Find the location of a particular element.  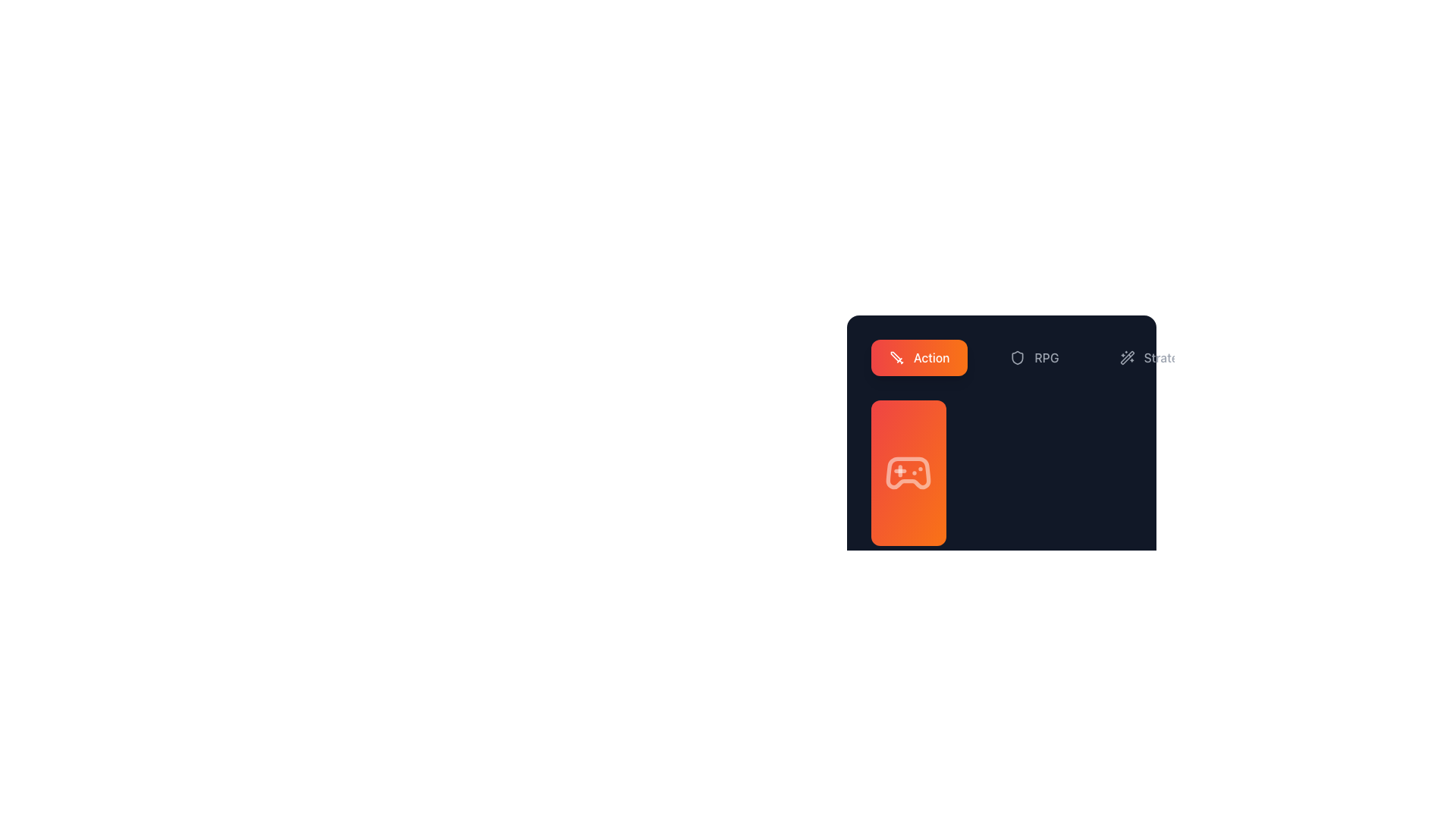

the vertically rectangular icon with a gradient background transitioning from red to orange, featuring a white outlined game controller, located beneath the 'Action' button and adjacent to 'RPG' and 'Strategy' options is located at coordinates (908, 444).